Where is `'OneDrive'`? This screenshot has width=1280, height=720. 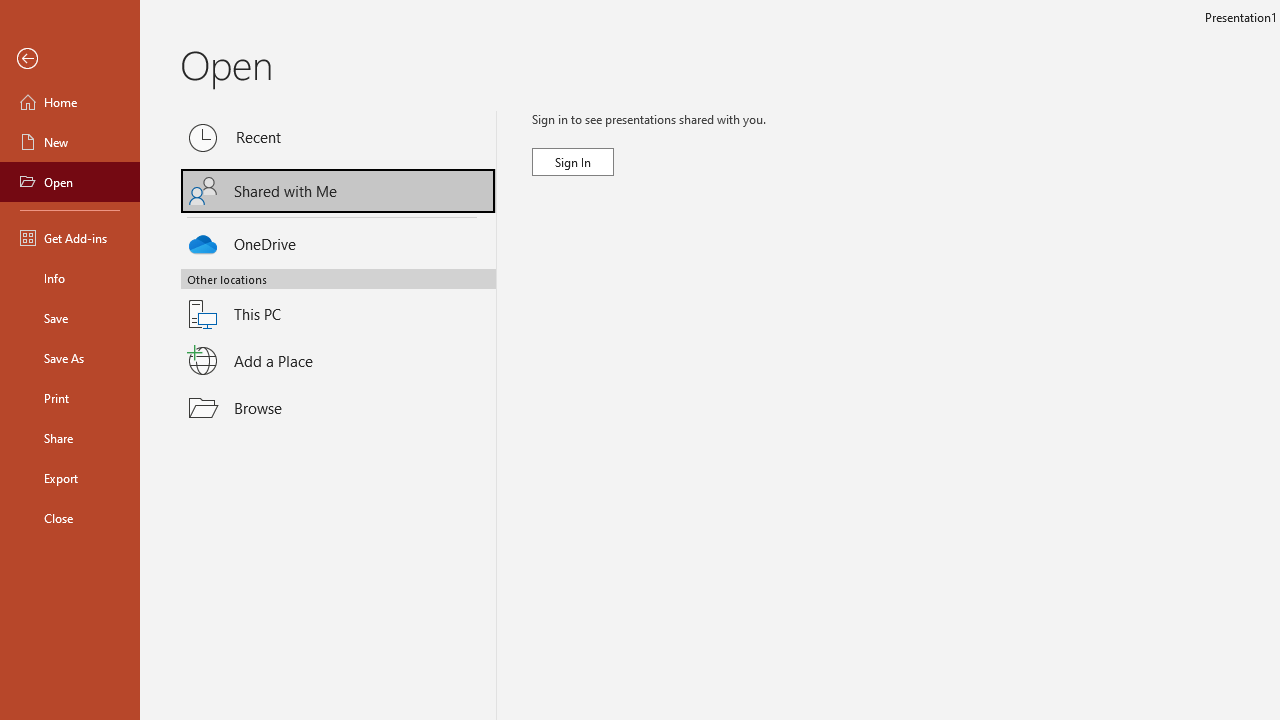
'OneDrive' is located at coordinates (338, 239).